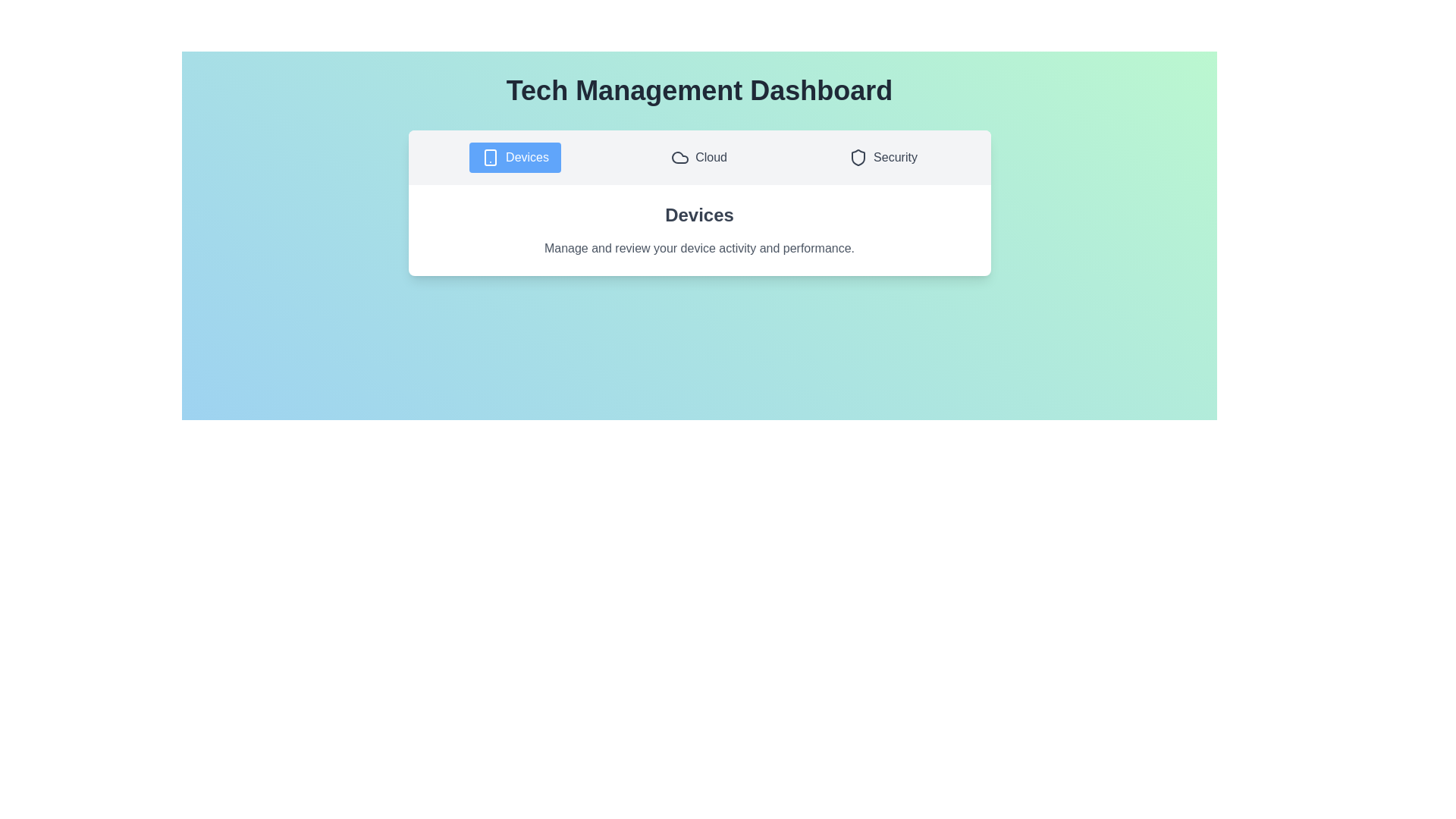 This screenshot has width=1456, height=819. I want to click on the tab labeled Devices to observe its hover effect, so click(515, 158).